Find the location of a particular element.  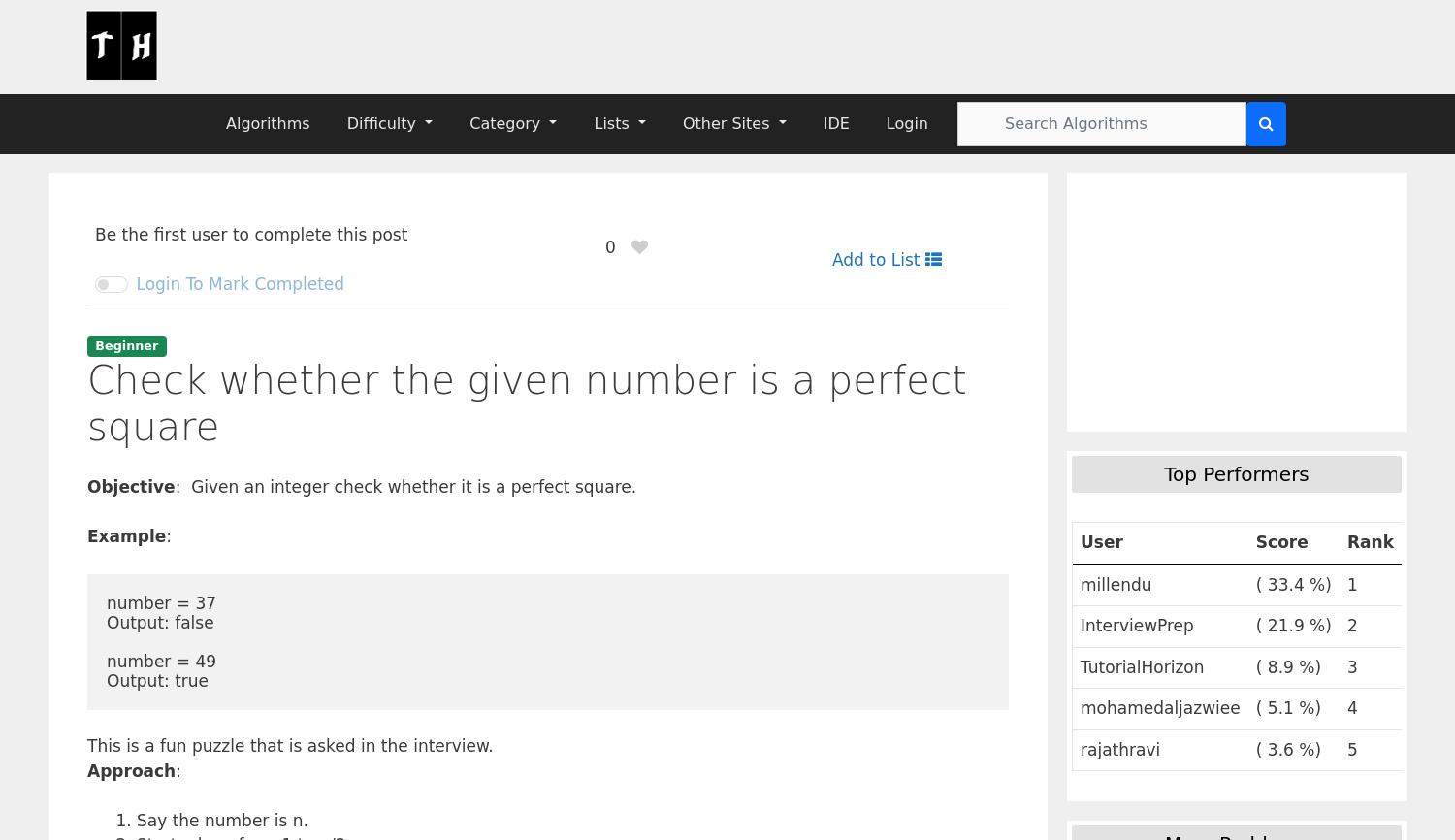

'2' is located at coordinates (1269, 138).